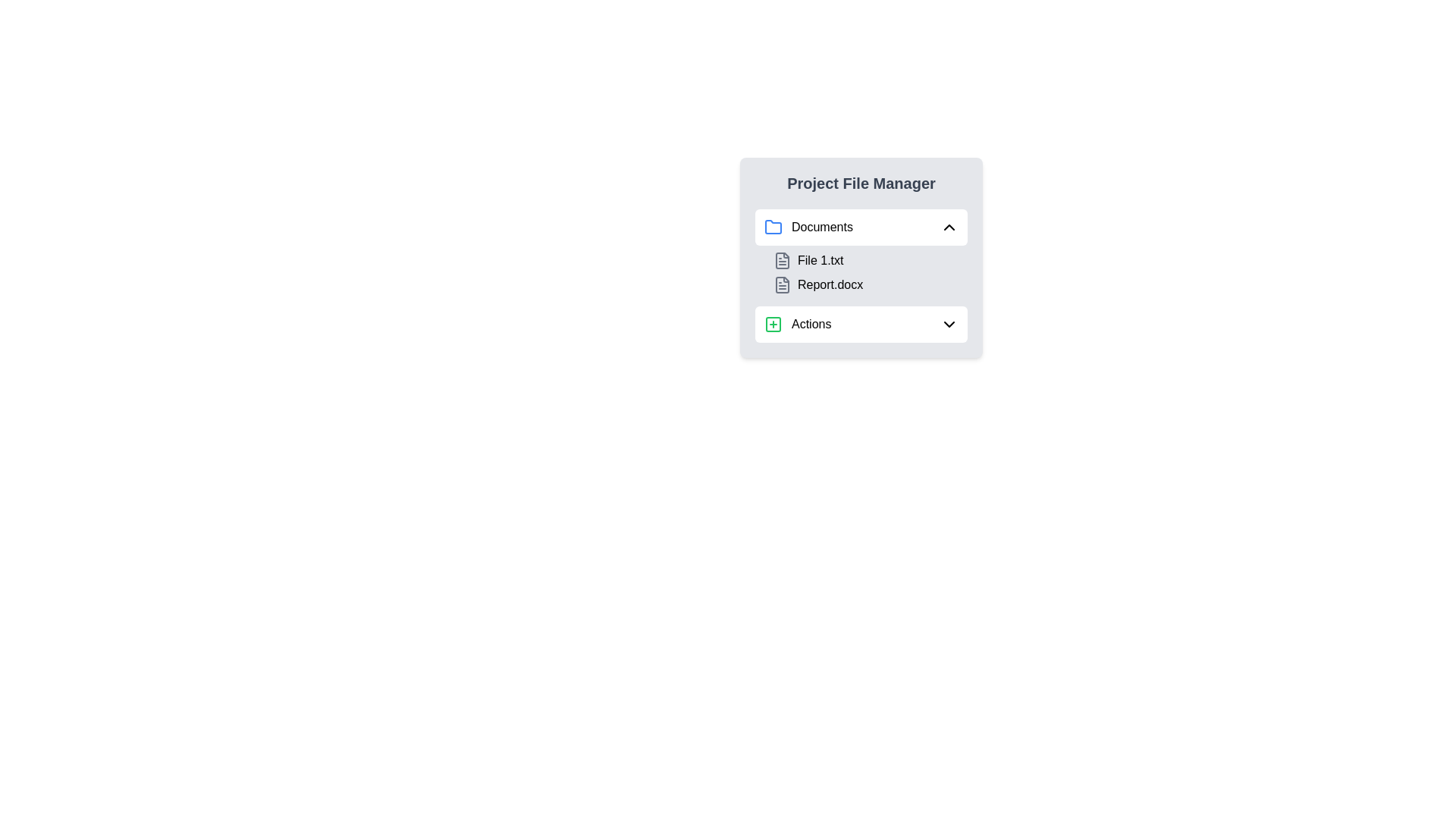  Describe the element at coordinates (773, 324) in the screenshot. I see `the small, light-colored square with rounded corners within the 'Actions' dropdown icon in the lower section of the 'Project File Manager' panel` at that location.